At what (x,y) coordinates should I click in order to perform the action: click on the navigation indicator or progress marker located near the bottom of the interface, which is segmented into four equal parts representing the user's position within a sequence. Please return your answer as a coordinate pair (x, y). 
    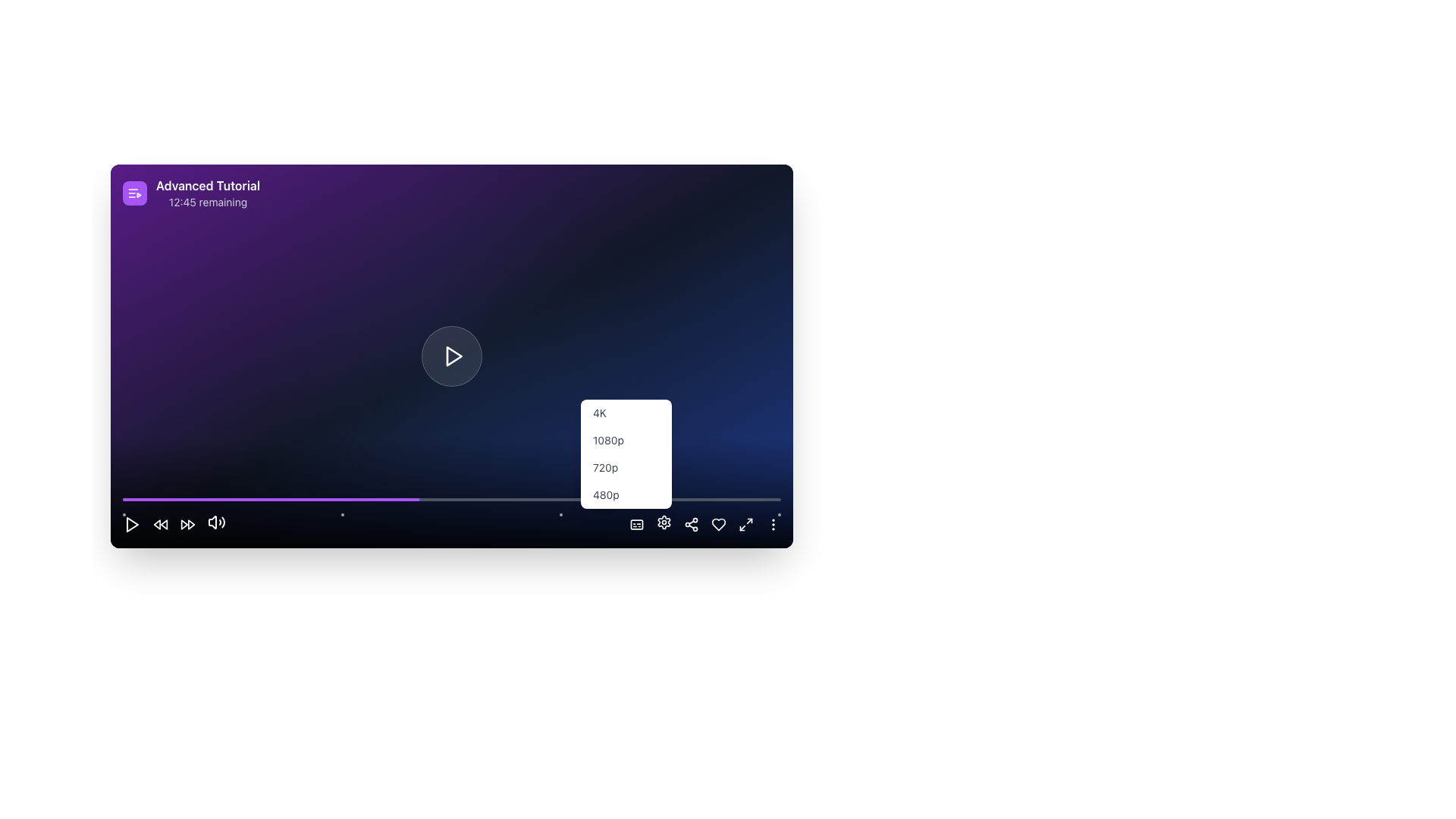
    Looking at the image, I should click on (450, 516).